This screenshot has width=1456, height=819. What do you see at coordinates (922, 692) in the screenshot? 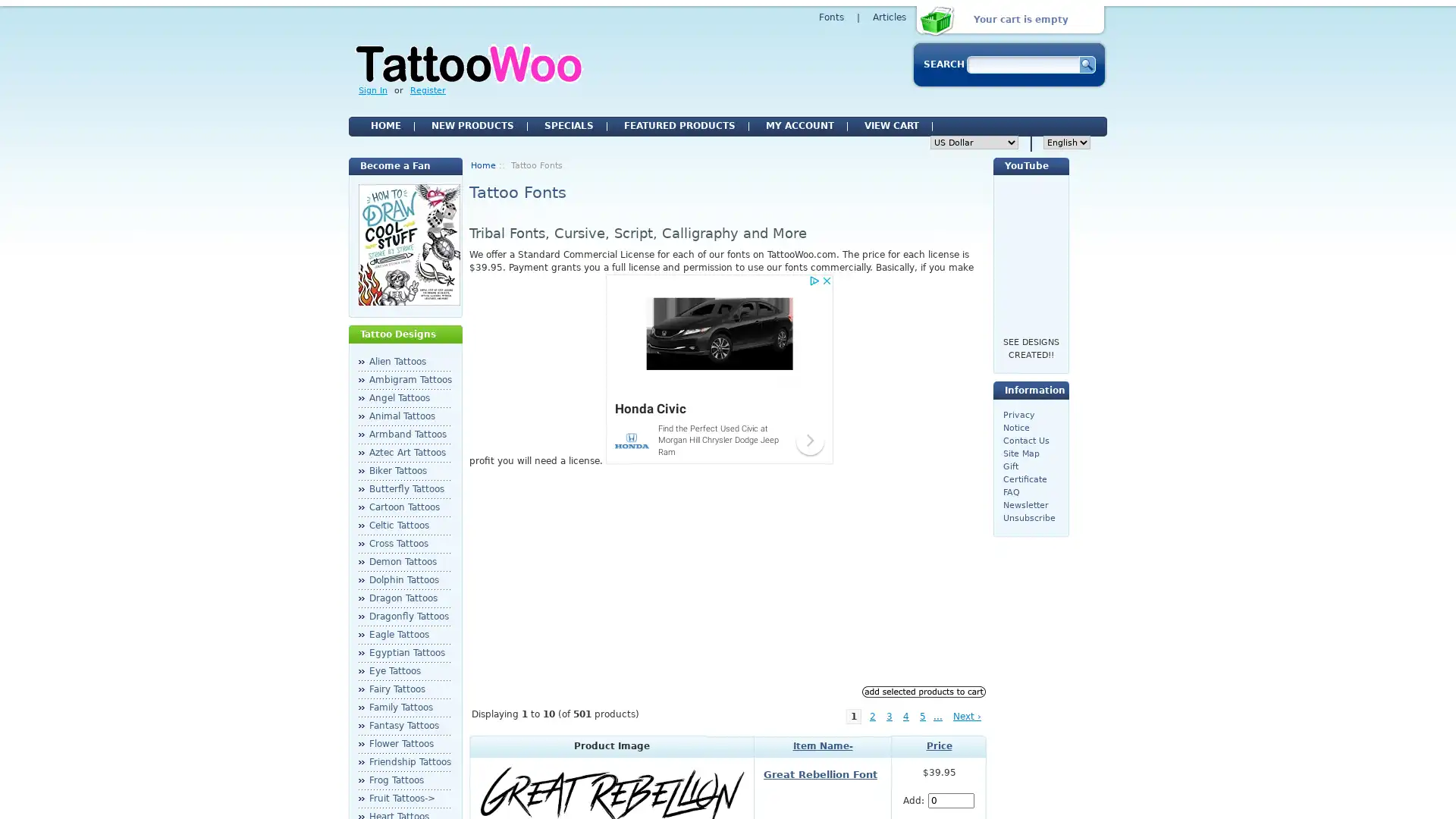
I see `Add Selected Products to Cart` at bounding box center [922, 692].